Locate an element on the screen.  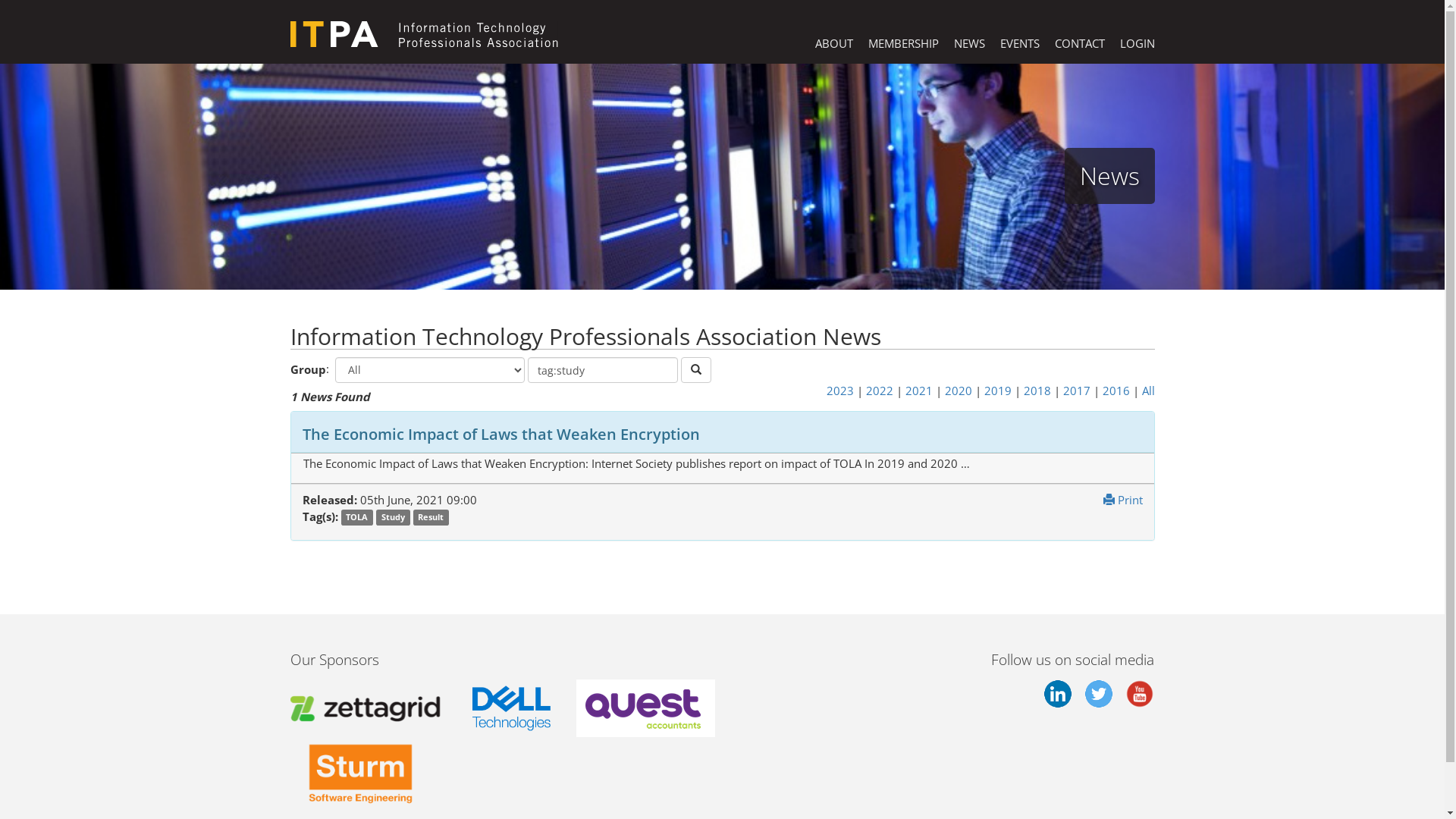
'LOGIN' is located at coordinates (1136, 42).